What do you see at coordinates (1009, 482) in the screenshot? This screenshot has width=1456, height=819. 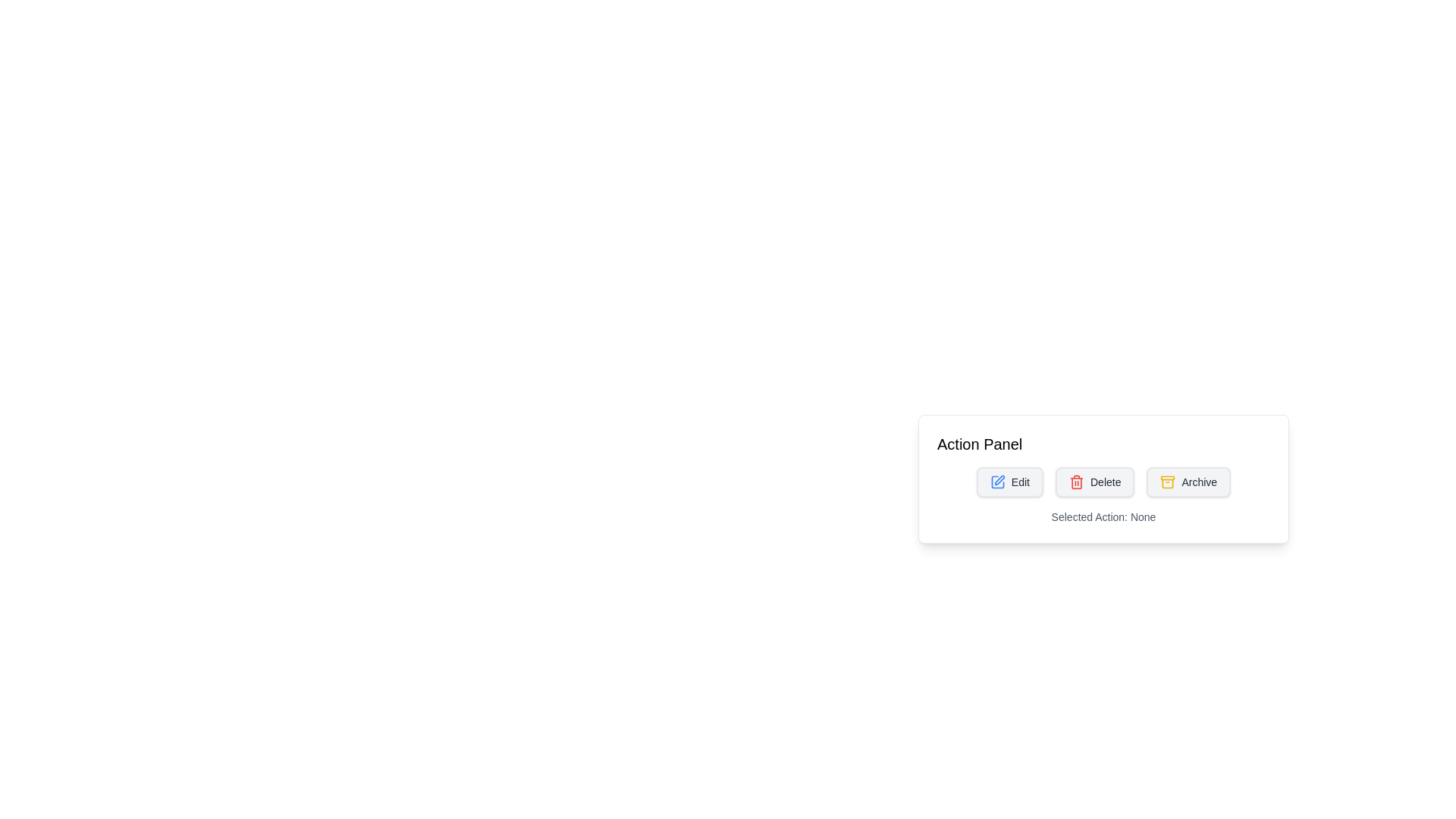 I see `the 'Edit' button, which is a rectangular button with rounded corners, light gray background, and a blue pen icon to initiate edit functionality` at bounding box center [1009, 482].